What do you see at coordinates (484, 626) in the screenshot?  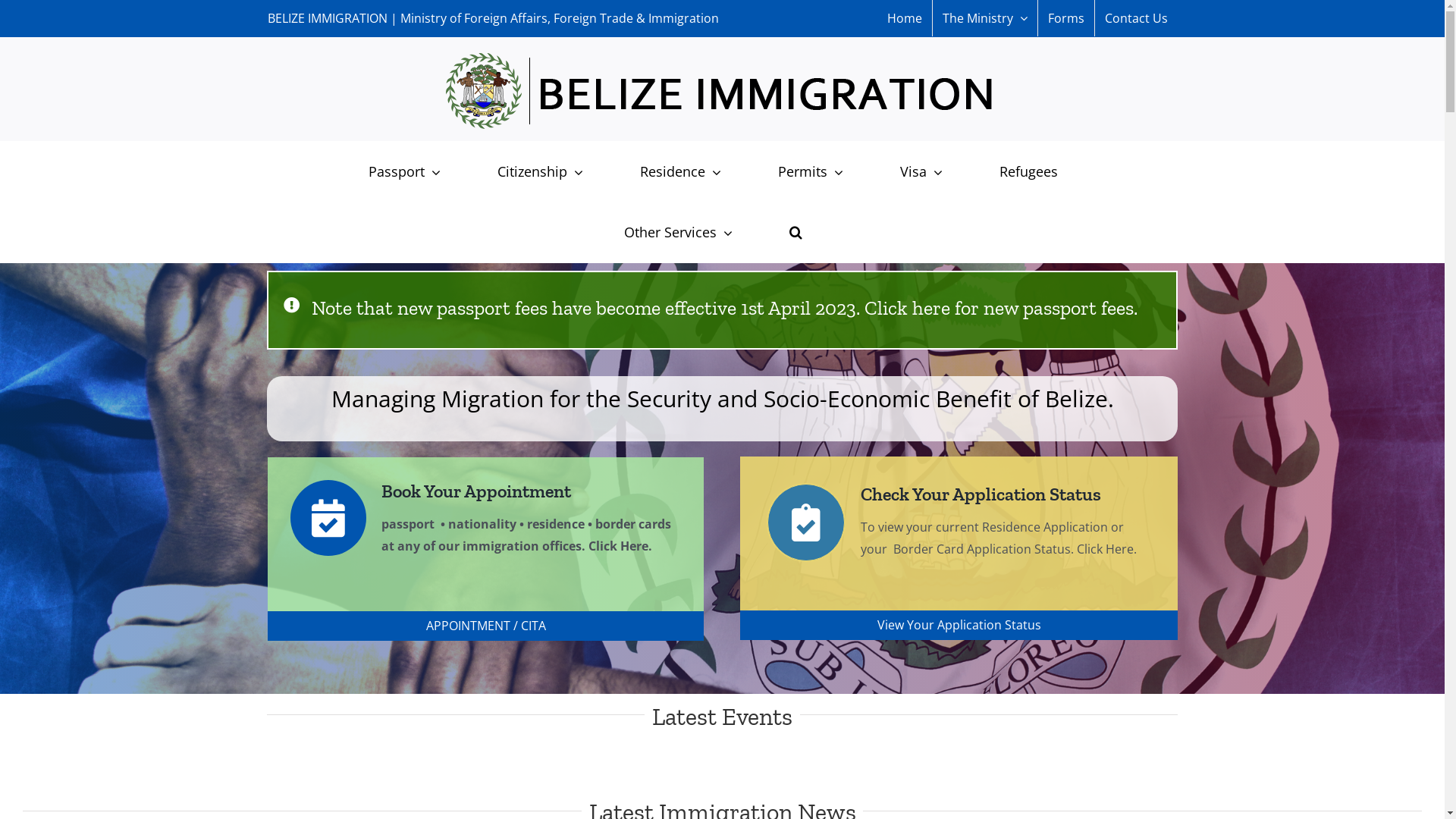 I see `'APPOINTMENT / CITA'` at bounding box center [484, 626].